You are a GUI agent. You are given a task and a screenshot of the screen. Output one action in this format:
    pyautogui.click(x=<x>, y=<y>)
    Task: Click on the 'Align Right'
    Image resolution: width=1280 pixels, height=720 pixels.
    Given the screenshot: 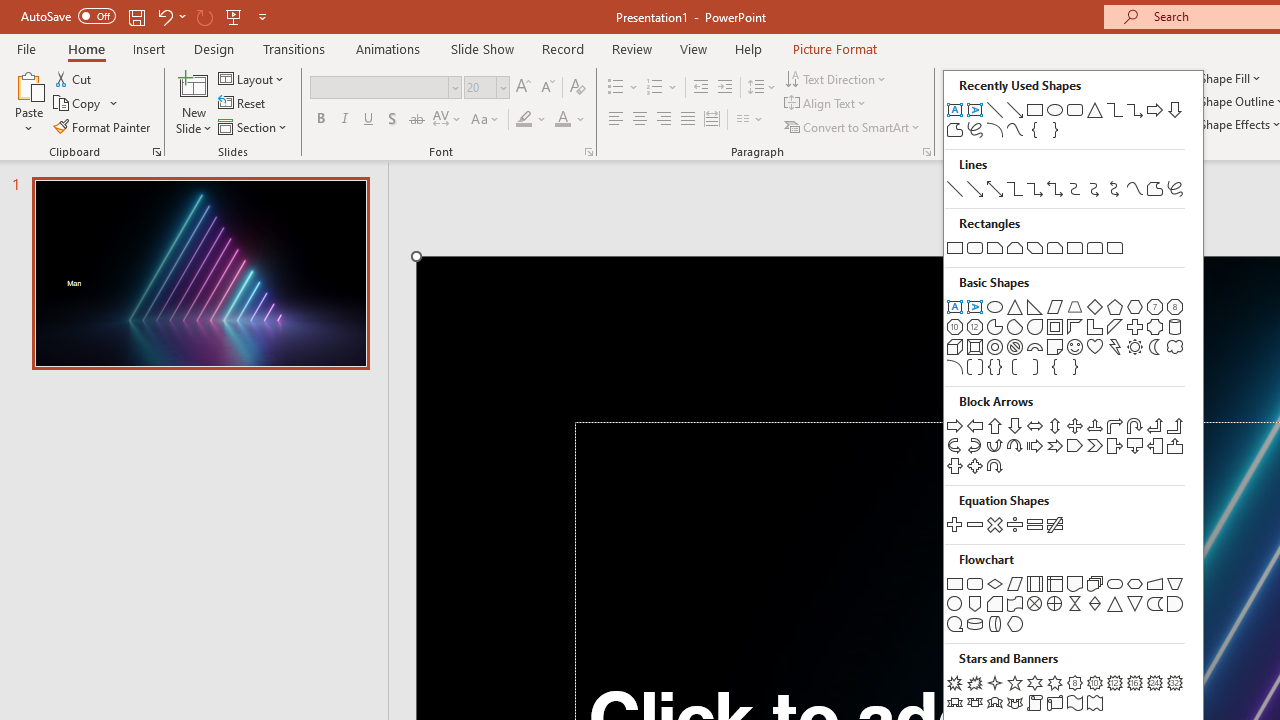 What is the action you would take?
    pyautogui.click(x=663, y=119)
    